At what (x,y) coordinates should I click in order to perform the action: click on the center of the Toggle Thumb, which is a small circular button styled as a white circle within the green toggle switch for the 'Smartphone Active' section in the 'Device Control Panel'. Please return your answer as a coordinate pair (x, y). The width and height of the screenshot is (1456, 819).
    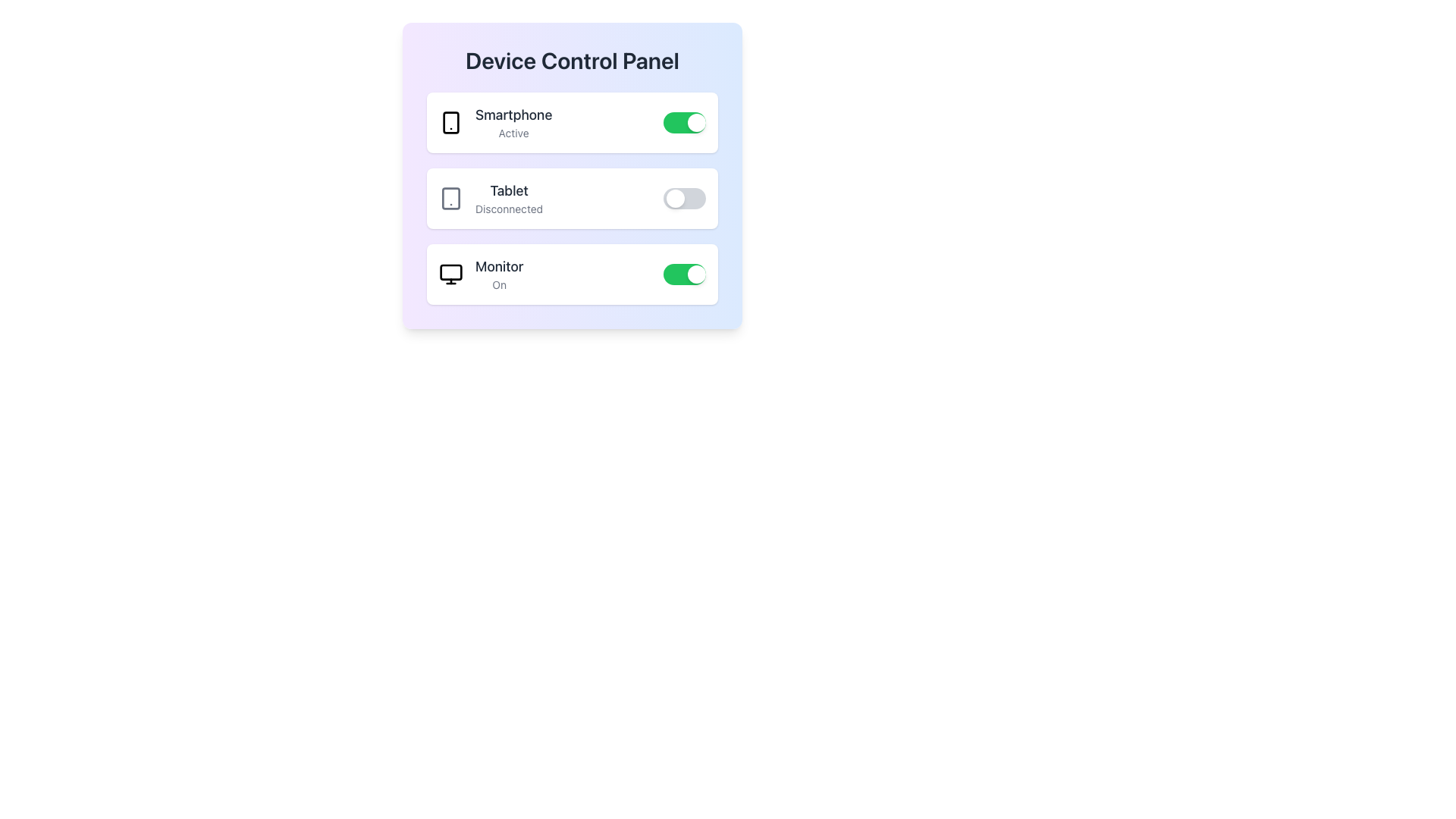
    Looking at the image, I should click on (695, 122).